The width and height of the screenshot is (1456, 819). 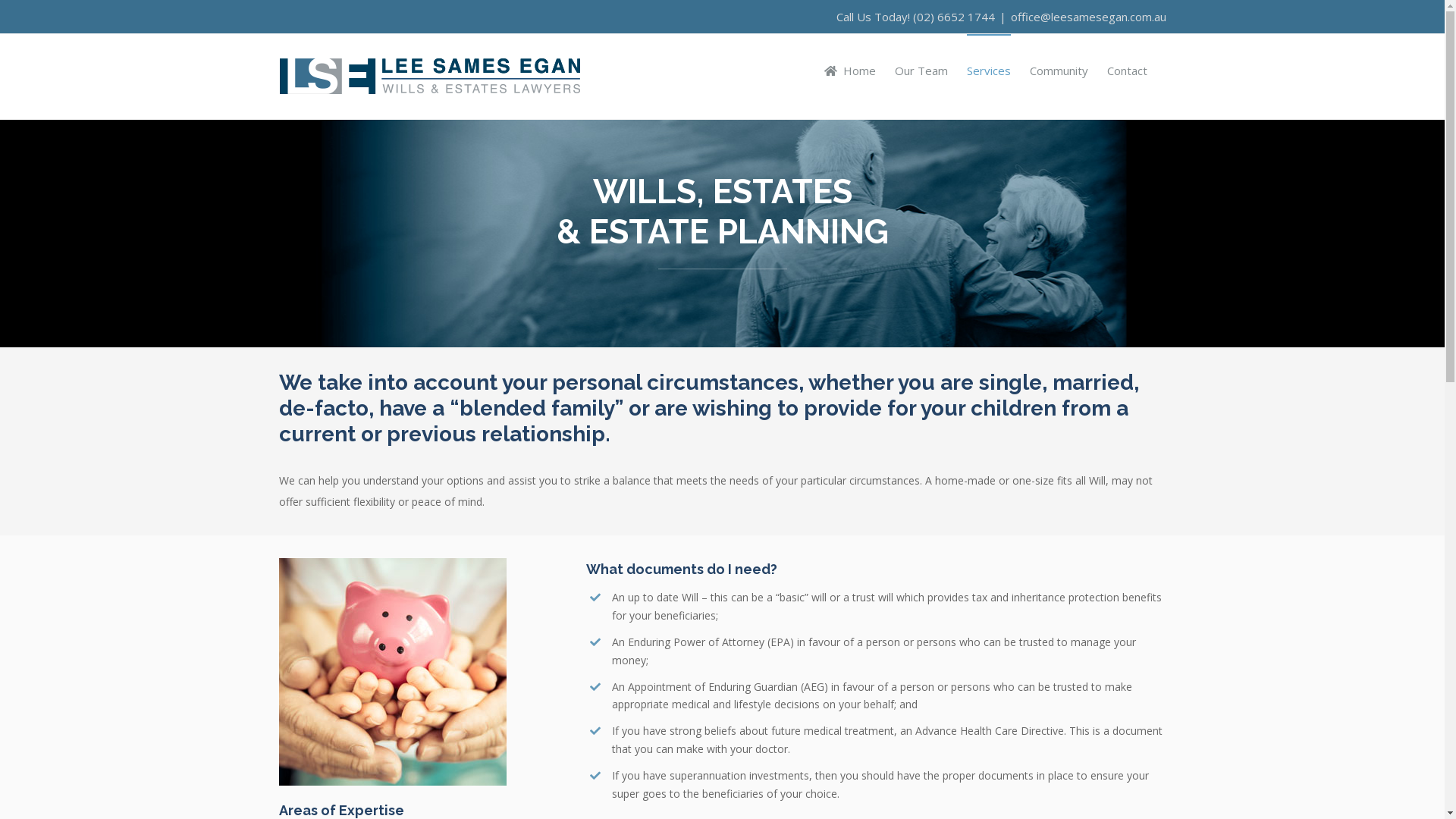 I want to click on 'Home', so click(x=850, y=70).